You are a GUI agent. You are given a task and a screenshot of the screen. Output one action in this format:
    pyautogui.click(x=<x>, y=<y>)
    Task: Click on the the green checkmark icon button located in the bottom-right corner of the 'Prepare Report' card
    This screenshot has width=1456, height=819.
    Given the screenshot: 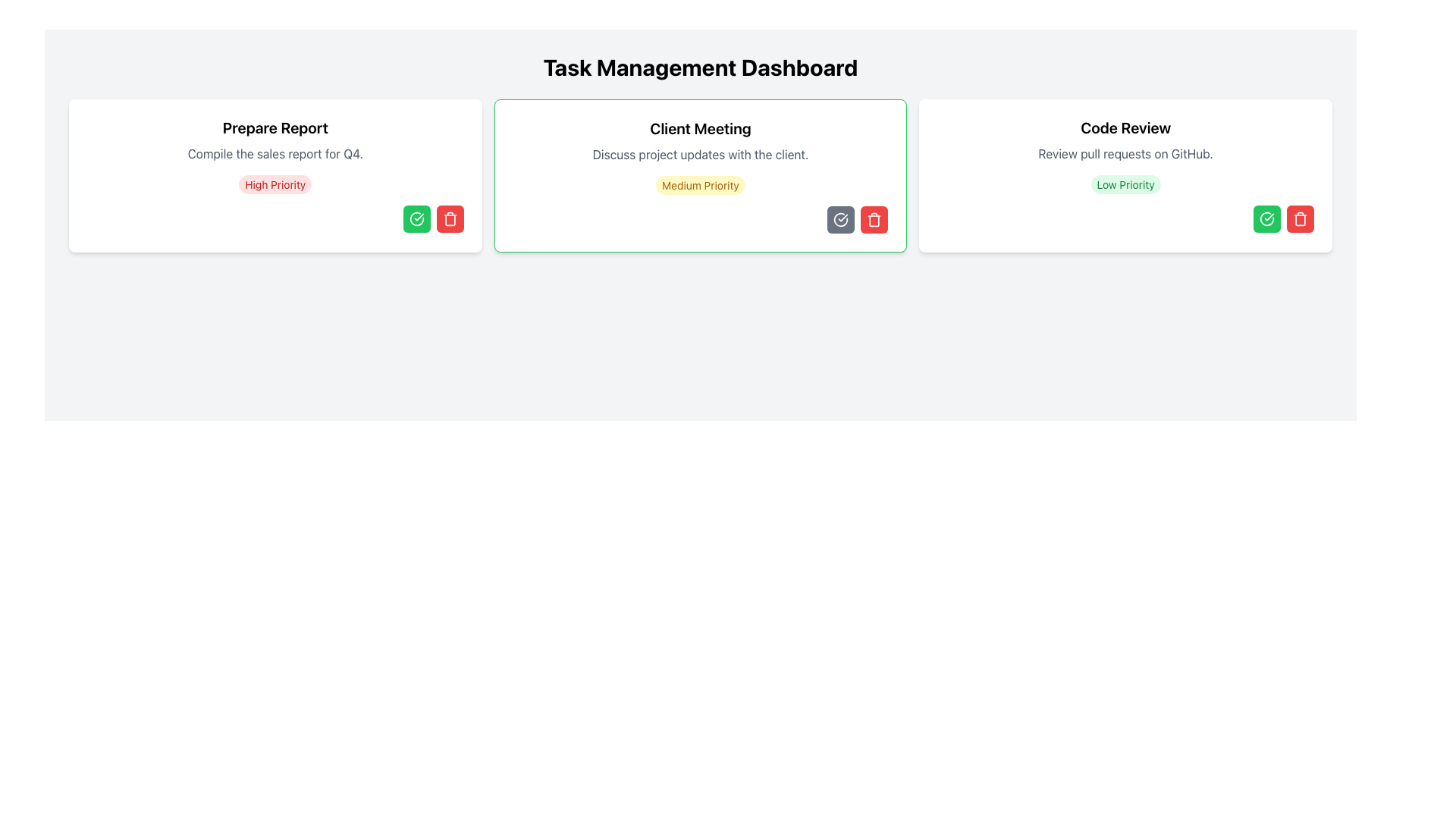 What is the action you would take?
    pyautogui.click(x=416, y=219)
    